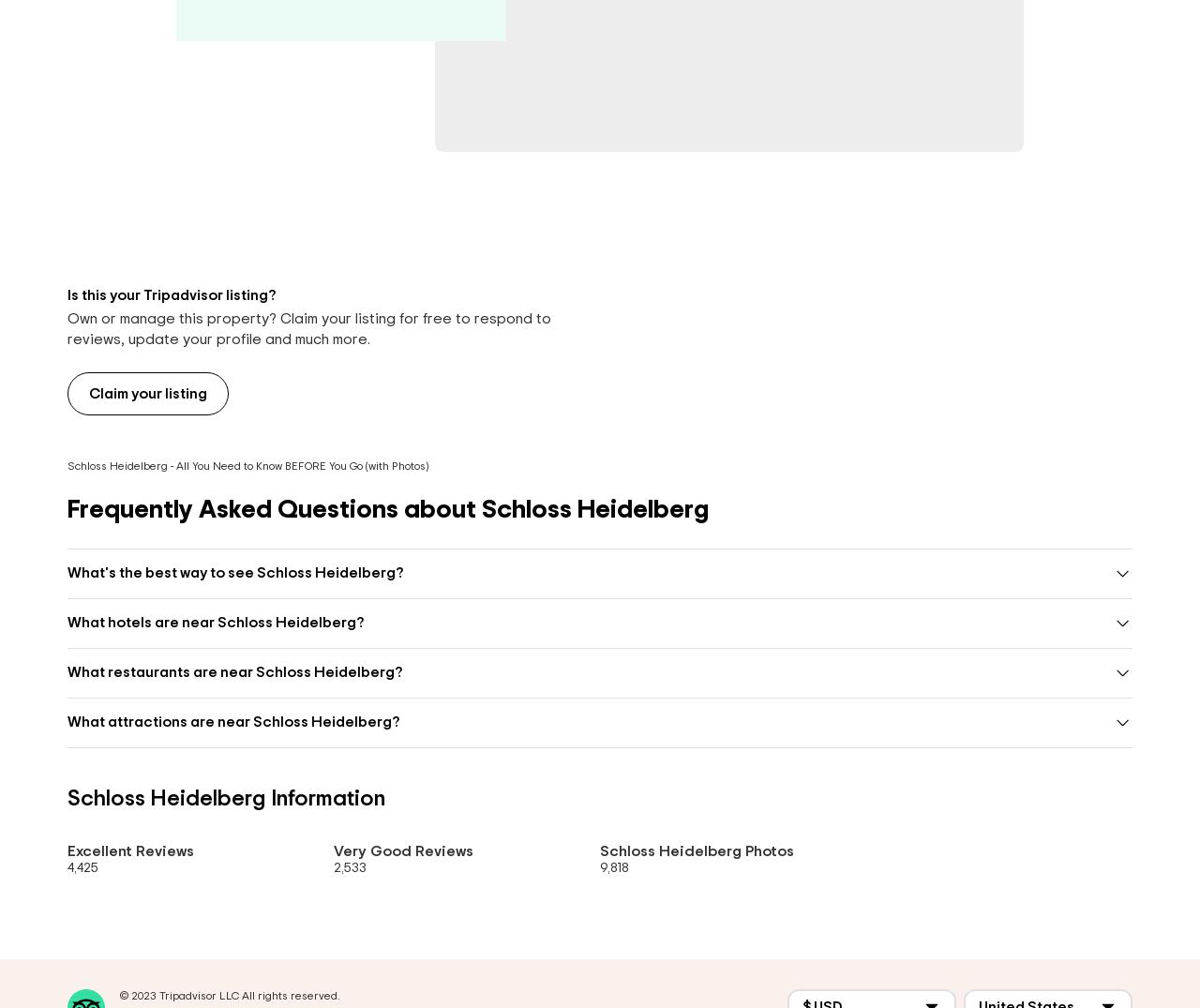 The image size is (1200, 1008). What do you see at coordinates (402, 850) in the screenshot?
I see `'Very Good Reviews'` at bounding box center [402, 850].